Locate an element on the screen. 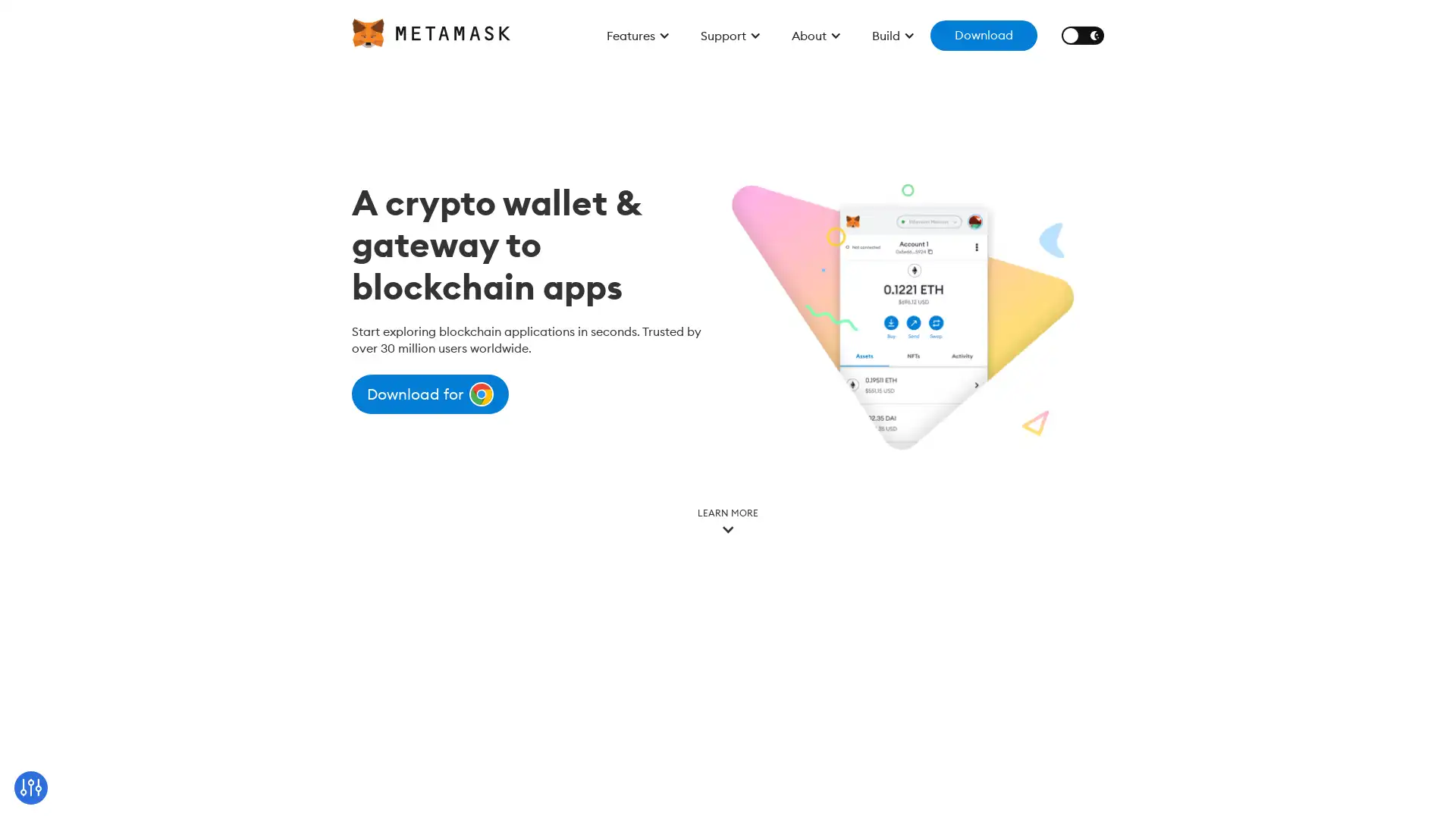 This screenshot has height=819, width=1456. Open accessibility options, statement and help is located at coordinates (32, 786).